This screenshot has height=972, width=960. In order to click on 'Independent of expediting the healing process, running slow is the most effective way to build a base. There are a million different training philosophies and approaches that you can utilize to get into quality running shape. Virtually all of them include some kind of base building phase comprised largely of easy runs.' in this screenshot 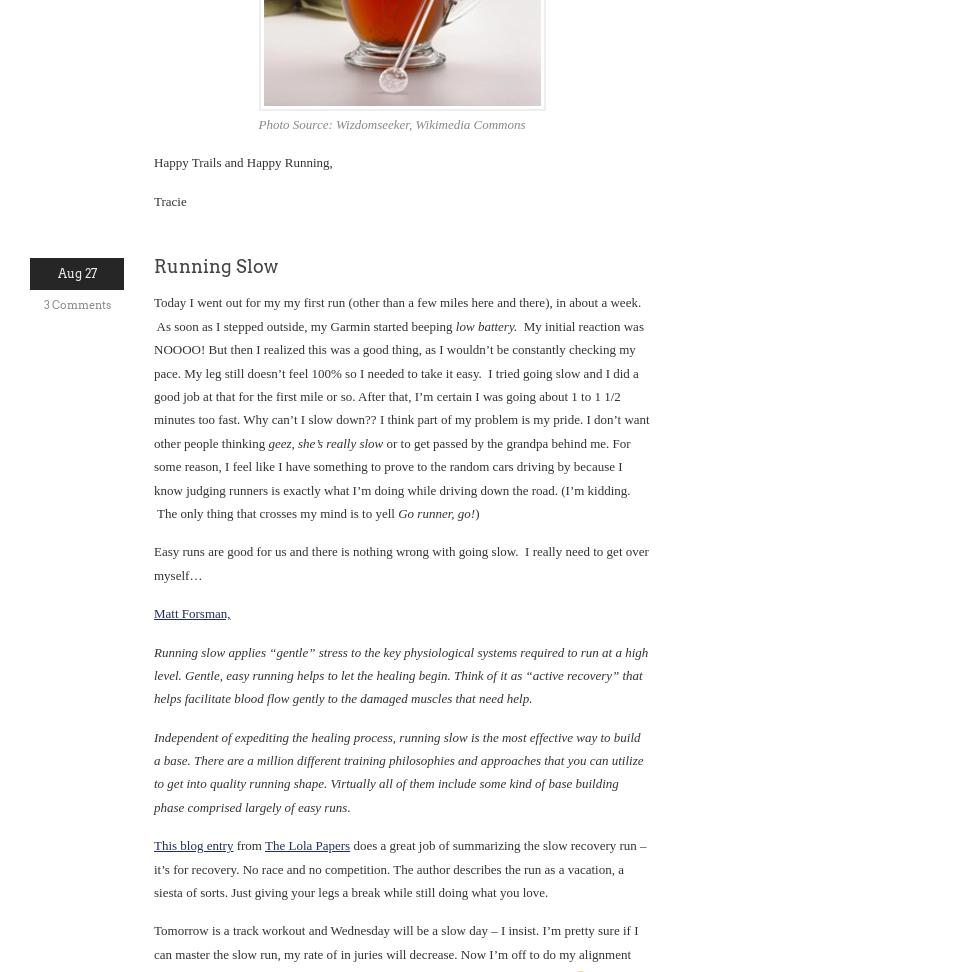, I will do `click(397, 771)`.